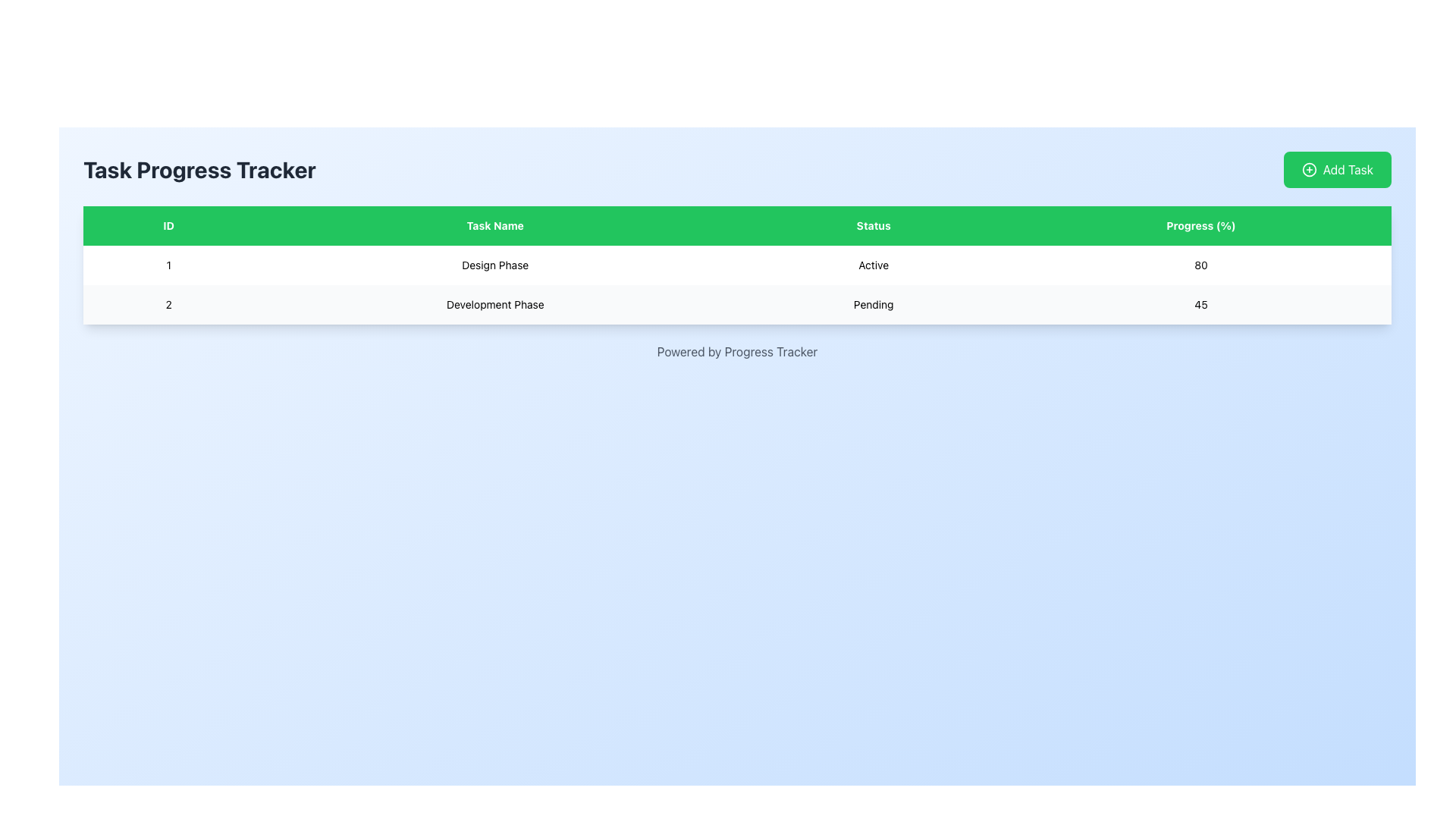 The image size is (1456, 819). What do you see at coordinates (495, 265) in the screenshot?
I see `the 'Design Phase' text label located in the second column of the first data row of the table, which is between the 'ID' and 'Status' columns` at bounding box center [495, 265].